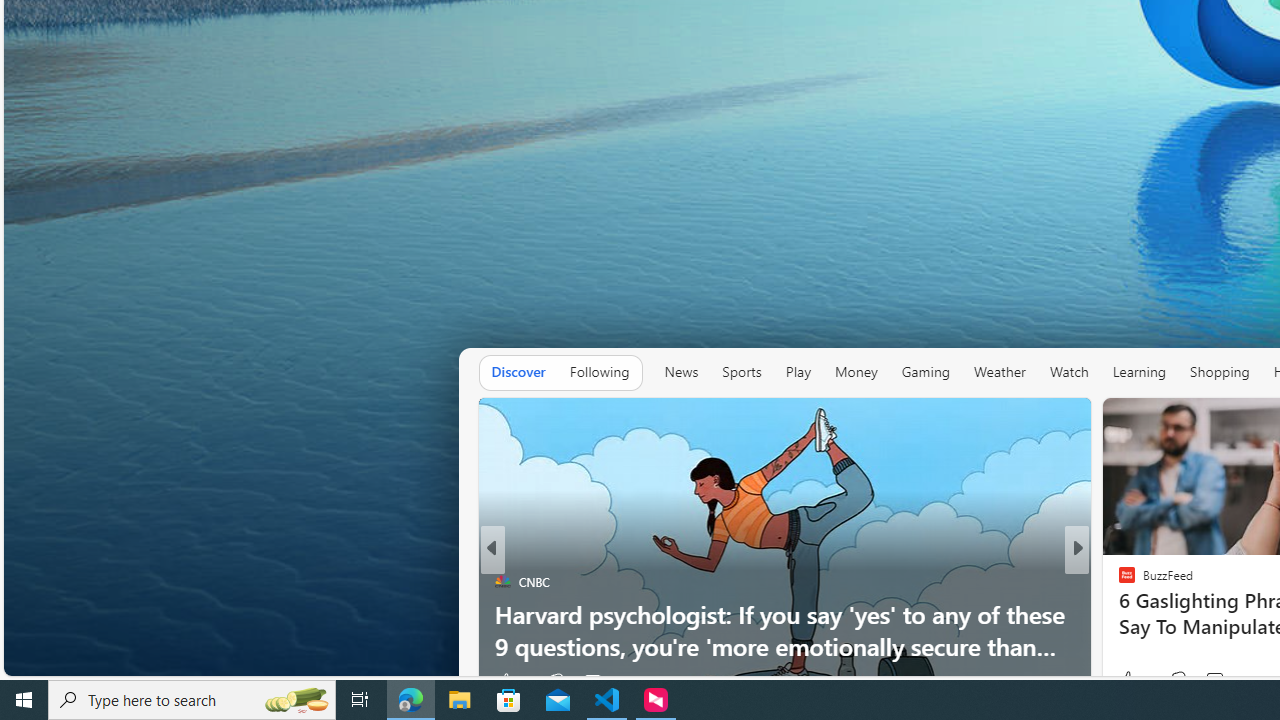 The image size is (1280, 720). What do you see at coordinates (1213, 679) in the screenshot?
I see `'View comments 139 Comment'` at bounding box center [1213, 679].